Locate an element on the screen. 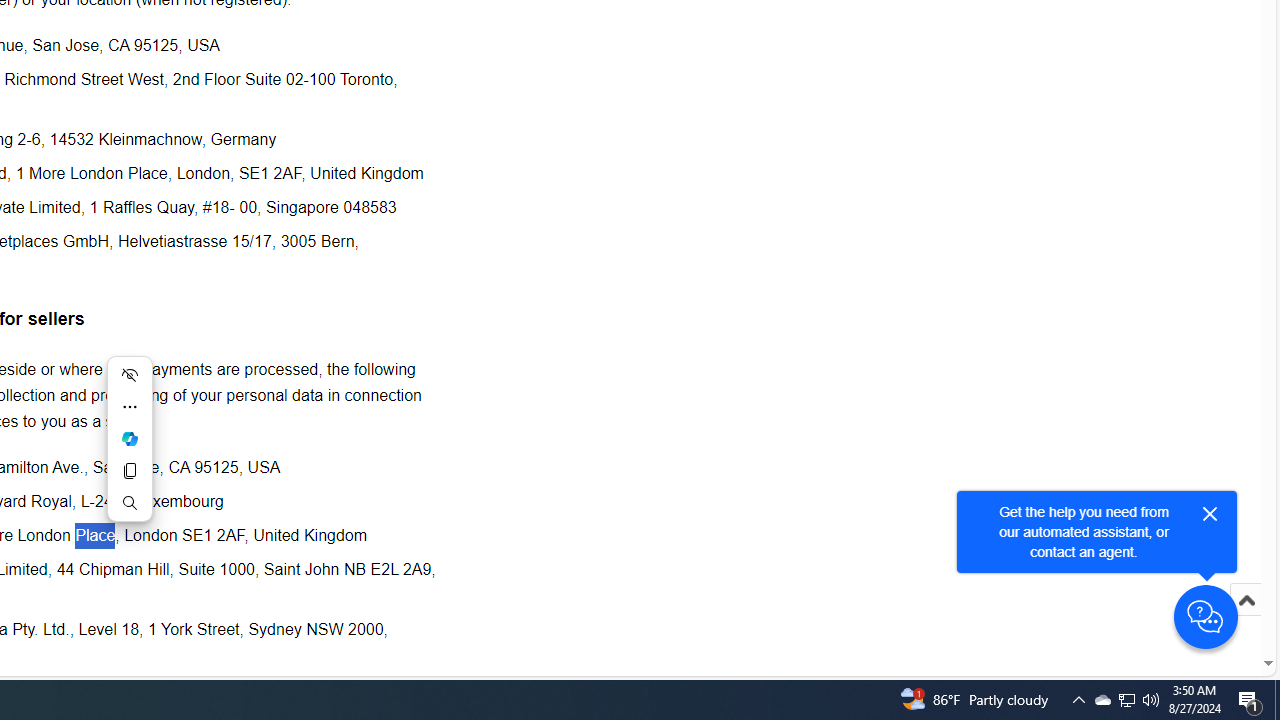 The image size is (1280, 720). 'Scroll to top' is located at coordinates (1245, 620).